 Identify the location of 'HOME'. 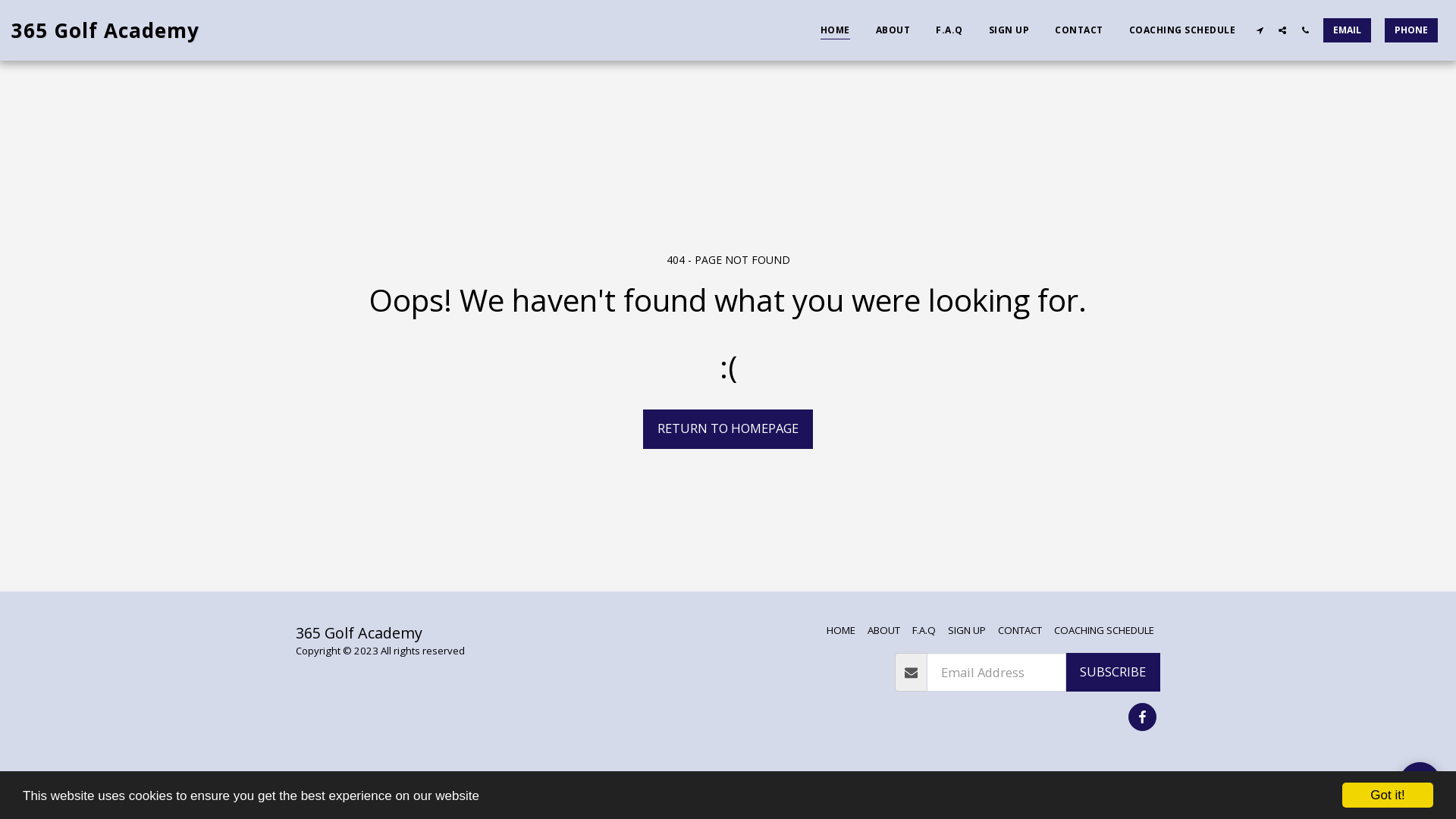
(807, 29).